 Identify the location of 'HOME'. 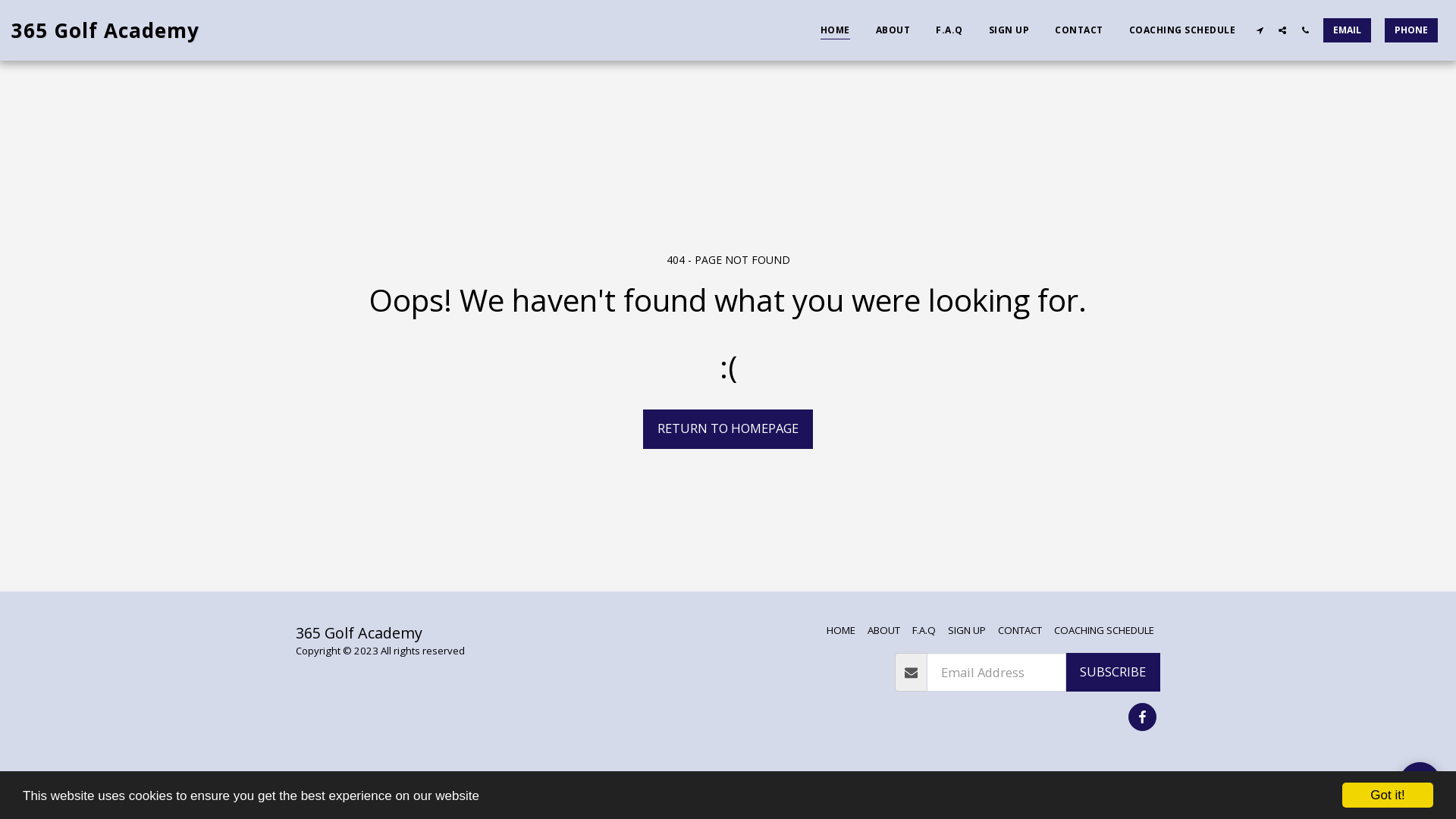
(807, 29).